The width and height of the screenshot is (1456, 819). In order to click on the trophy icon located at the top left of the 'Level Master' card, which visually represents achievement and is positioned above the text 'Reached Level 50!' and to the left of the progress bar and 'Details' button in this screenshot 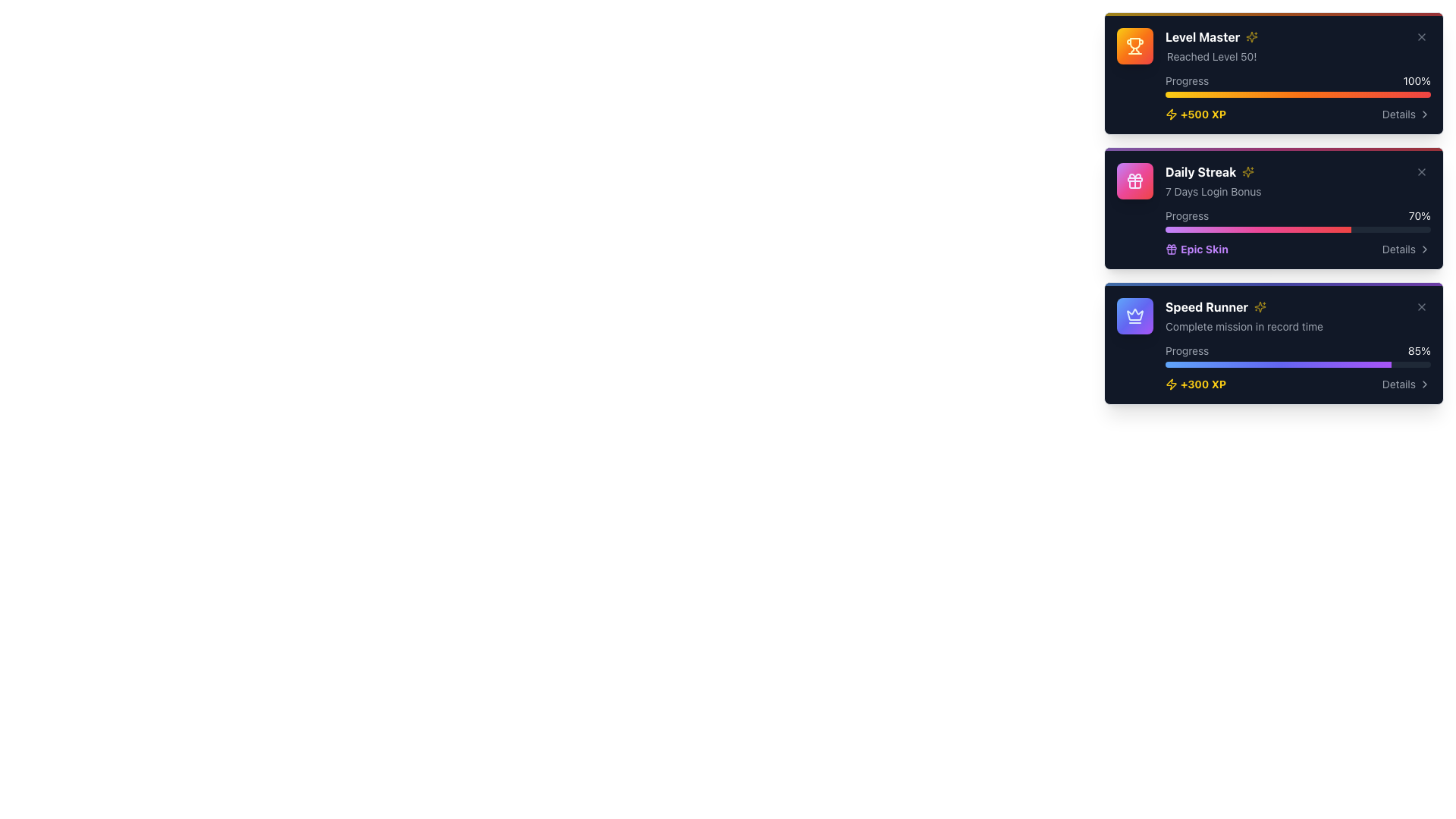, I will do `click(1135, 42)`.